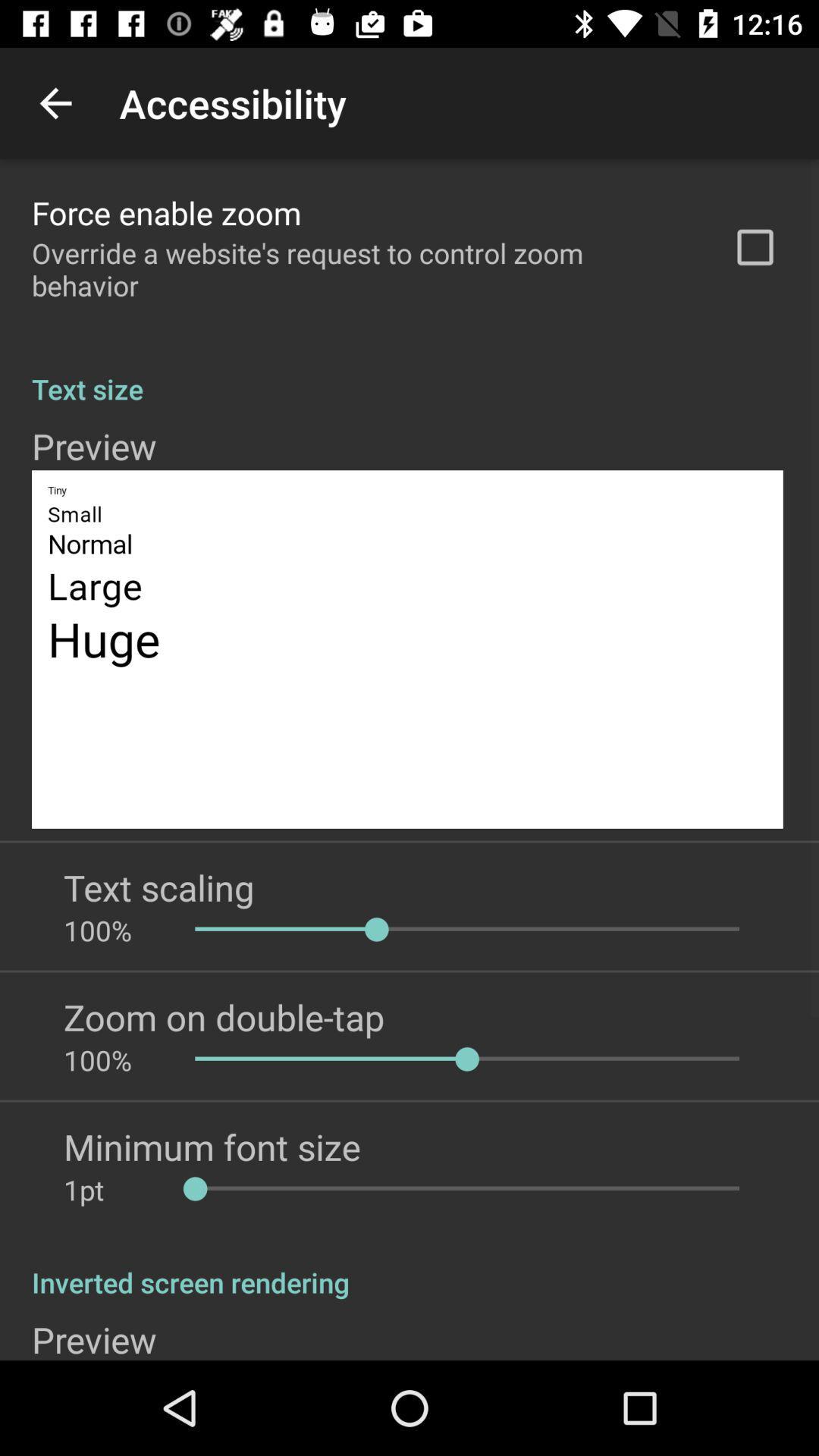  Describe the element at coordinates (55, 102) in the screenshot. I see `the app to the left of accessibility app` at that location.